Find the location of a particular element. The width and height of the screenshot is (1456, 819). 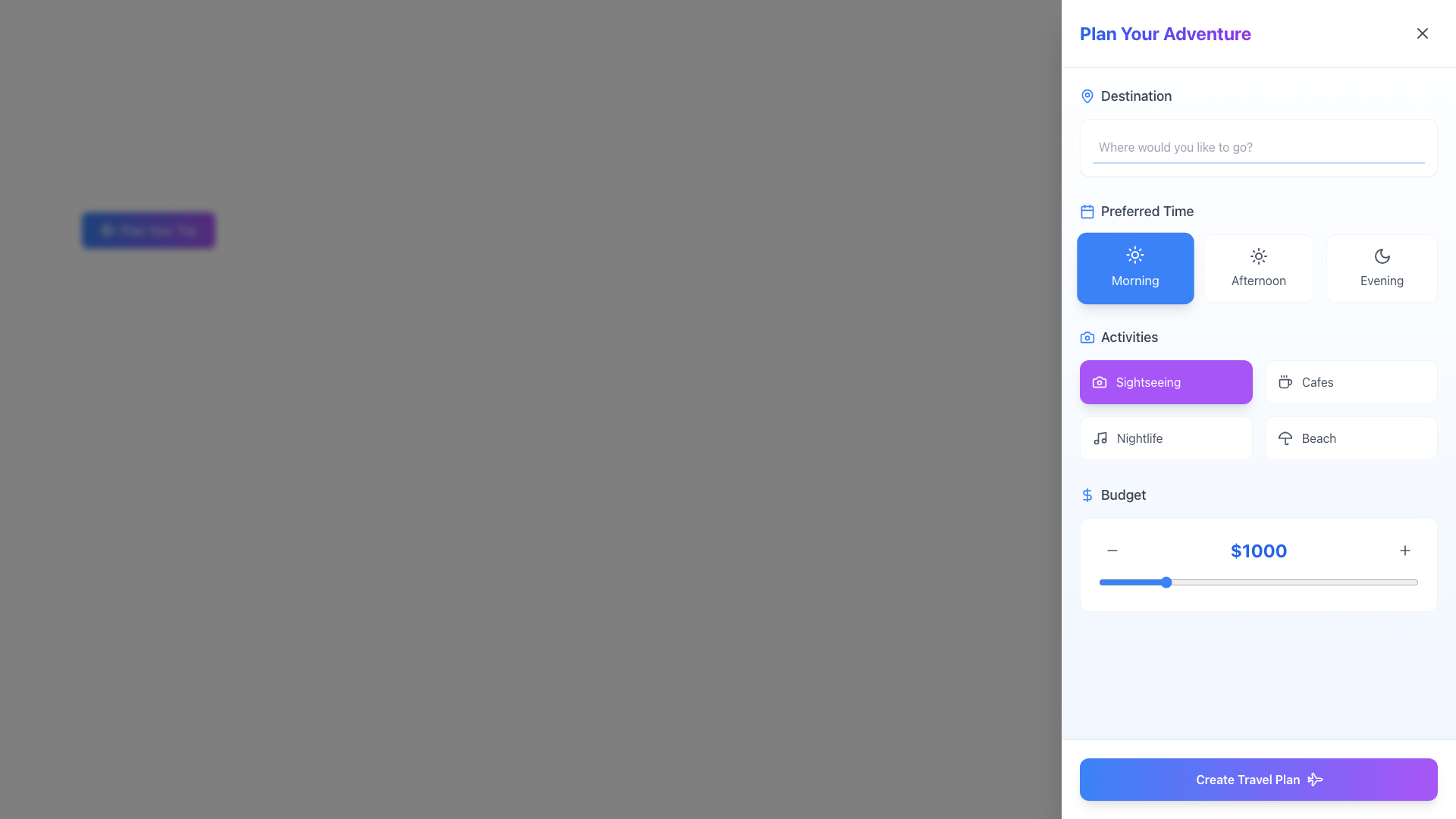

the 'Create Travel Plan' button, which is a rectangular button with rounded corners, a gradient background from blue to purple, white text, and an airplane icon, located at the bottom of the panel under 'Plan Your Adventure' is located at coordinates (1259, 780).